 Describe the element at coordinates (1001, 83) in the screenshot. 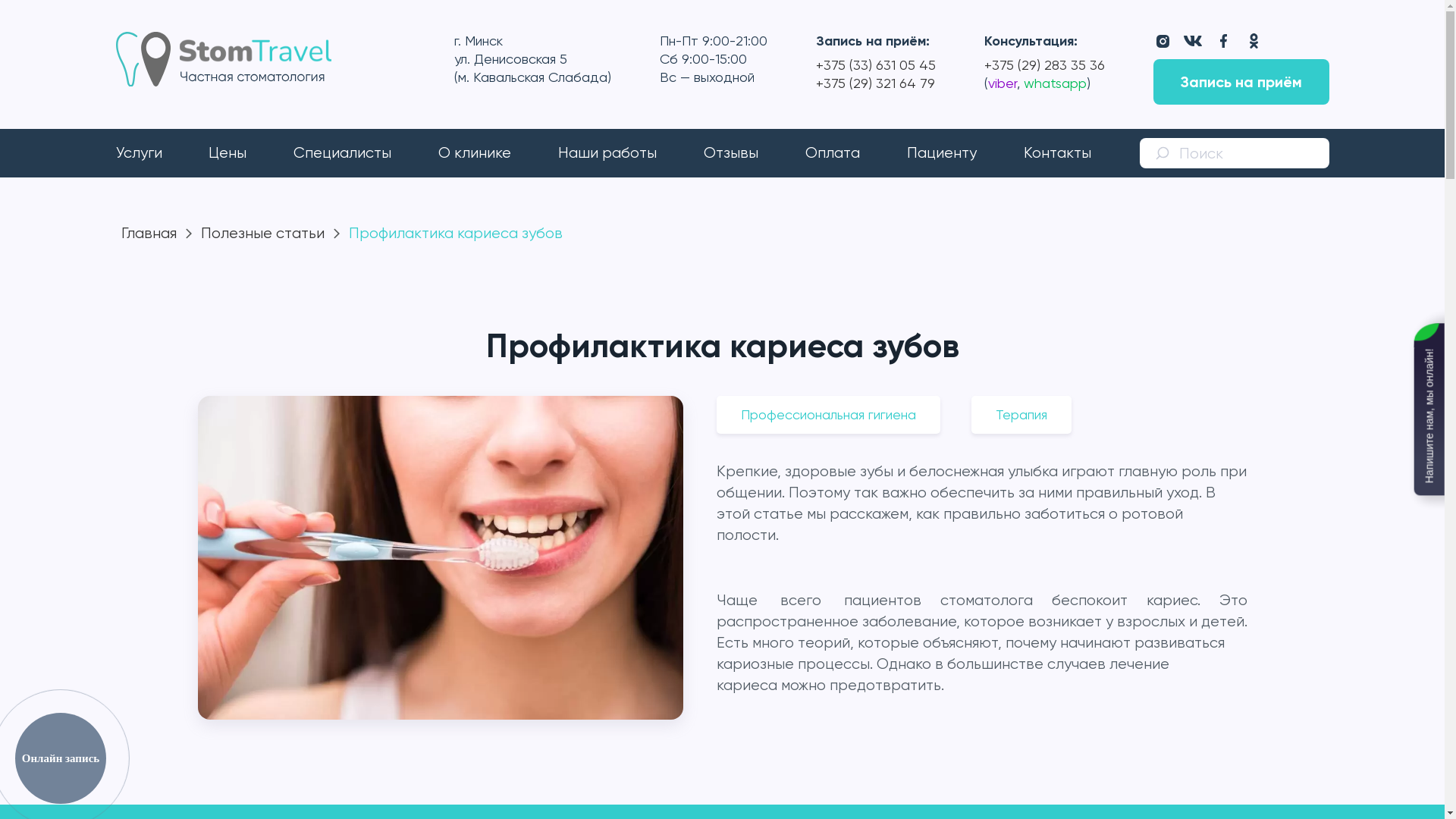

I see `'viber'` at that location.